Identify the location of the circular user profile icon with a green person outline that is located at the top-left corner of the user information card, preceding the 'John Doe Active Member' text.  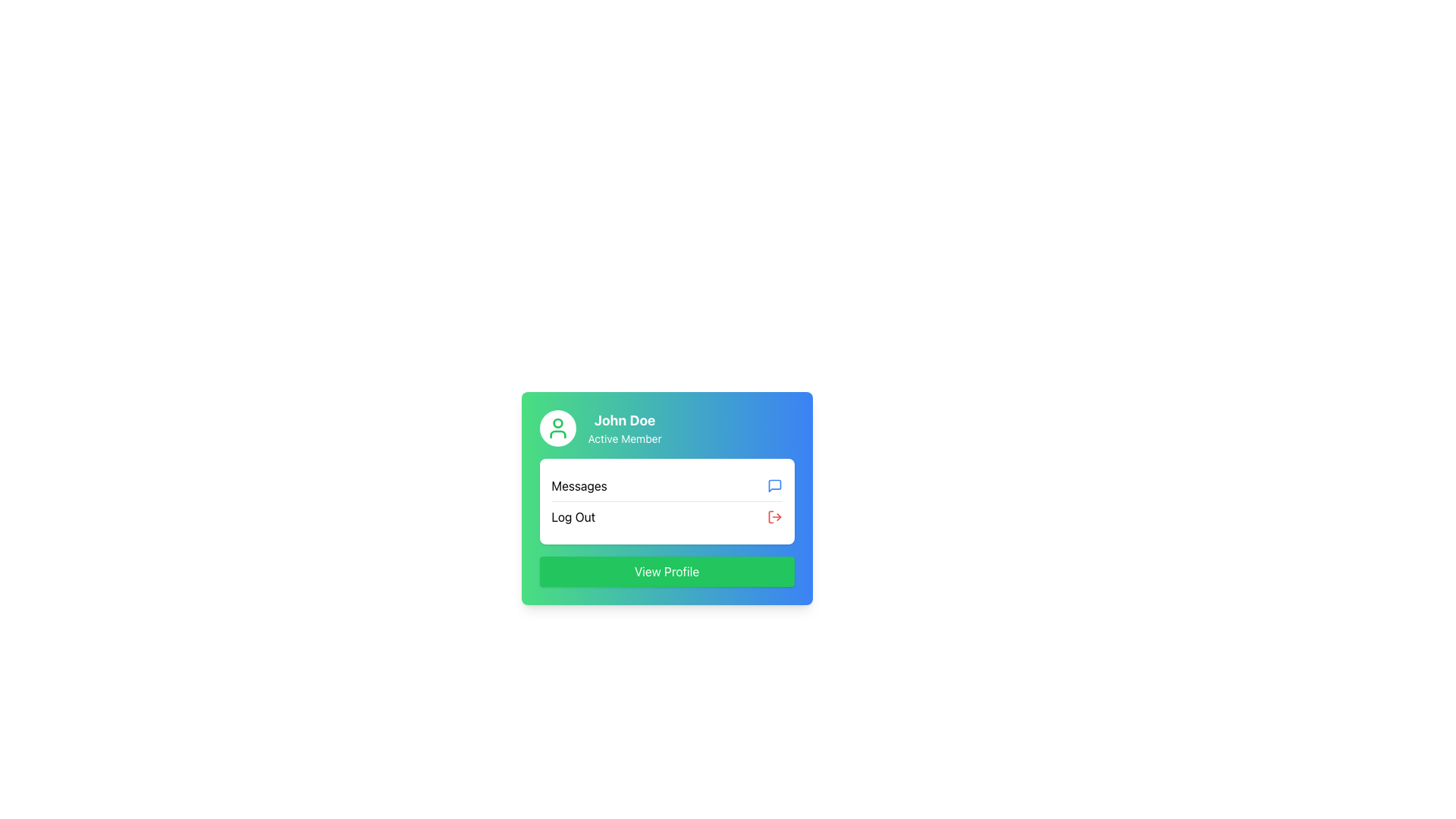
(557, 428).